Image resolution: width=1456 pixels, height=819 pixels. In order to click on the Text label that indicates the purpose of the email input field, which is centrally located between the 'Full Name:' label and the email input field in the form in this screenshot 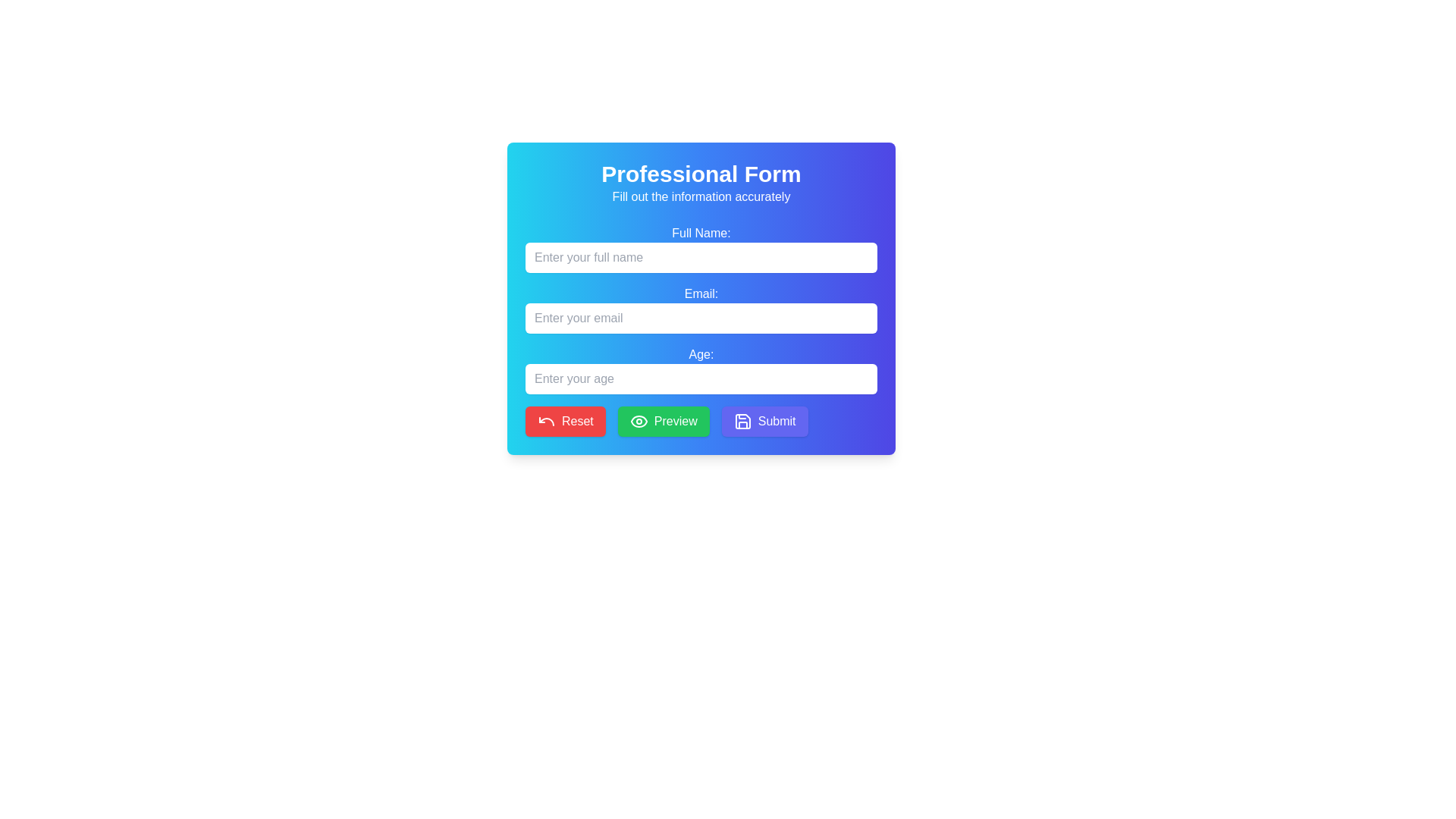, I will do `click(701, 294)`.